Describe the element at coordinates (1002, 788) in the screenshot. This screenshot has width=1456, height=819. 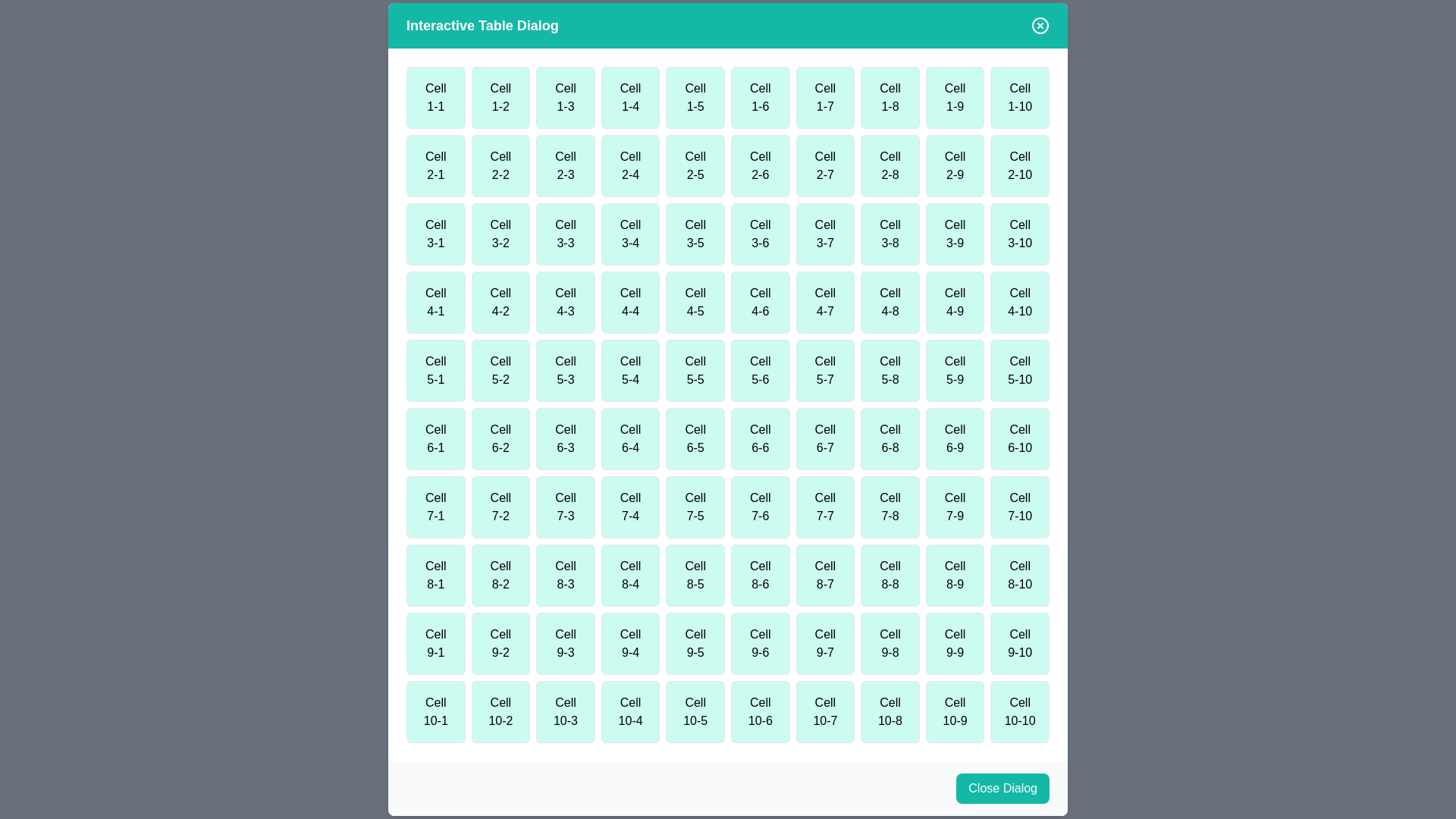
I see `the 'Close Dialog' button to close the dialog` at that location.